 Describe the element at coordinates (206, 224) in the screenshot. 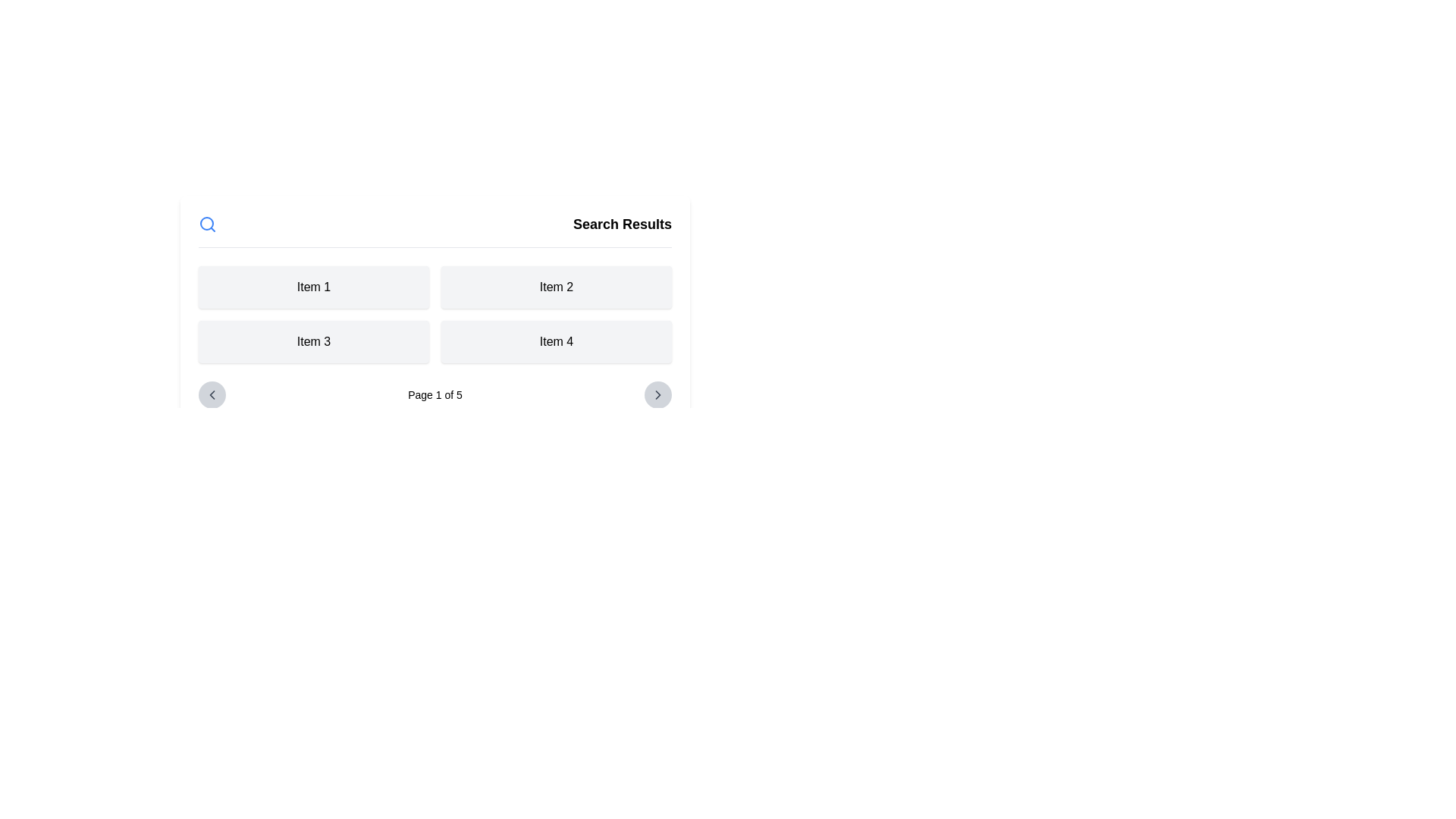

I see `the search icon located at the top-left corner of the 'Search Results' header, which is visually distinct and positioned to the left of the title` at that location.